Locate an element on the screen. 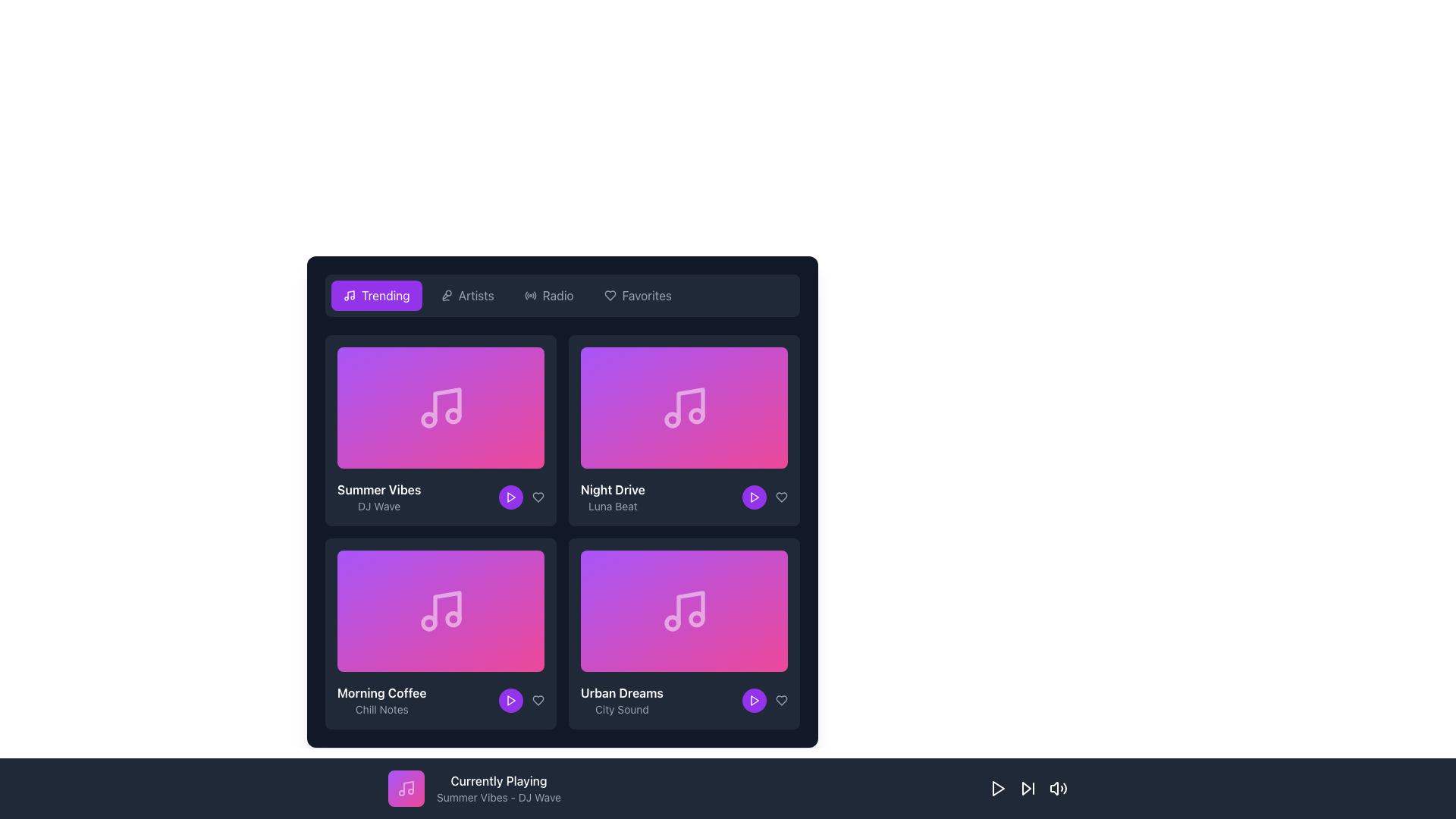  the fourth card in the grid layout representing the music category 'Urban Dreams' is located at coordinates (683, 610).